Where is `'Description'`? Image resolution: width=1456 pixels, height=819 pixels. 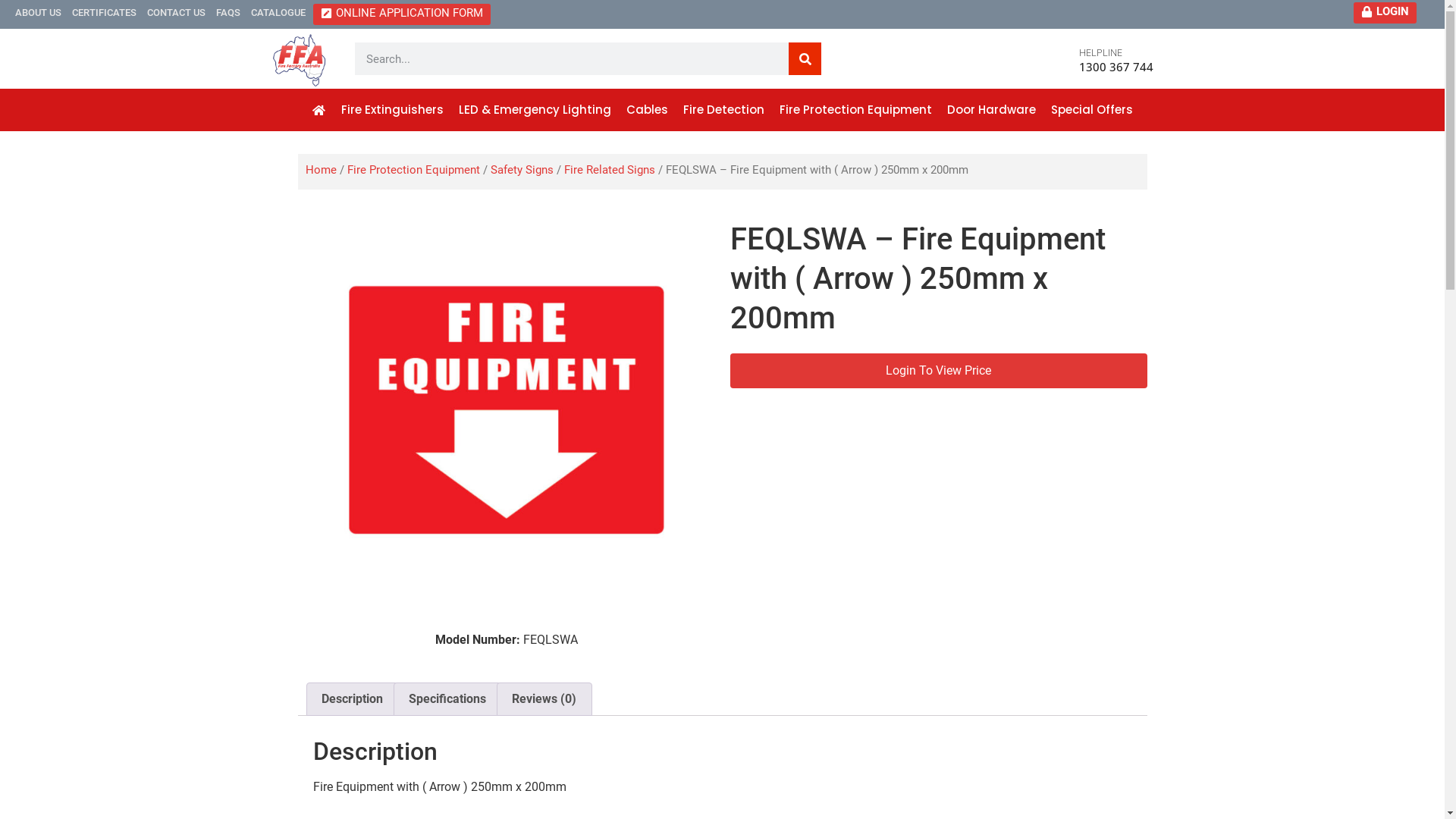
'Description' is located at coordinates (350, 698).